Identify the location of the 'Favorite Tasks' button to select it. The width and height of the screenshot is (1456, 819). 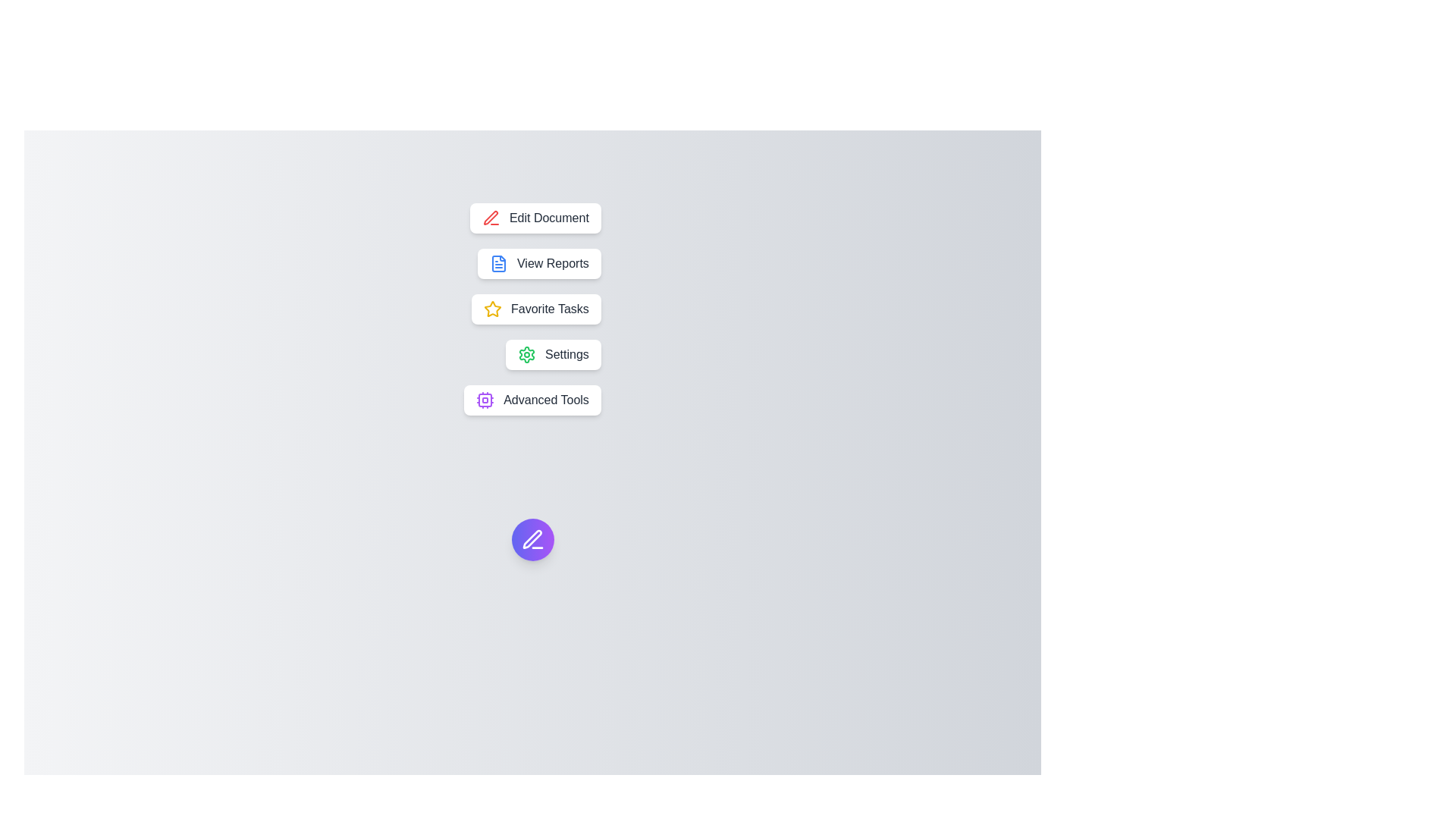
(536, 309).